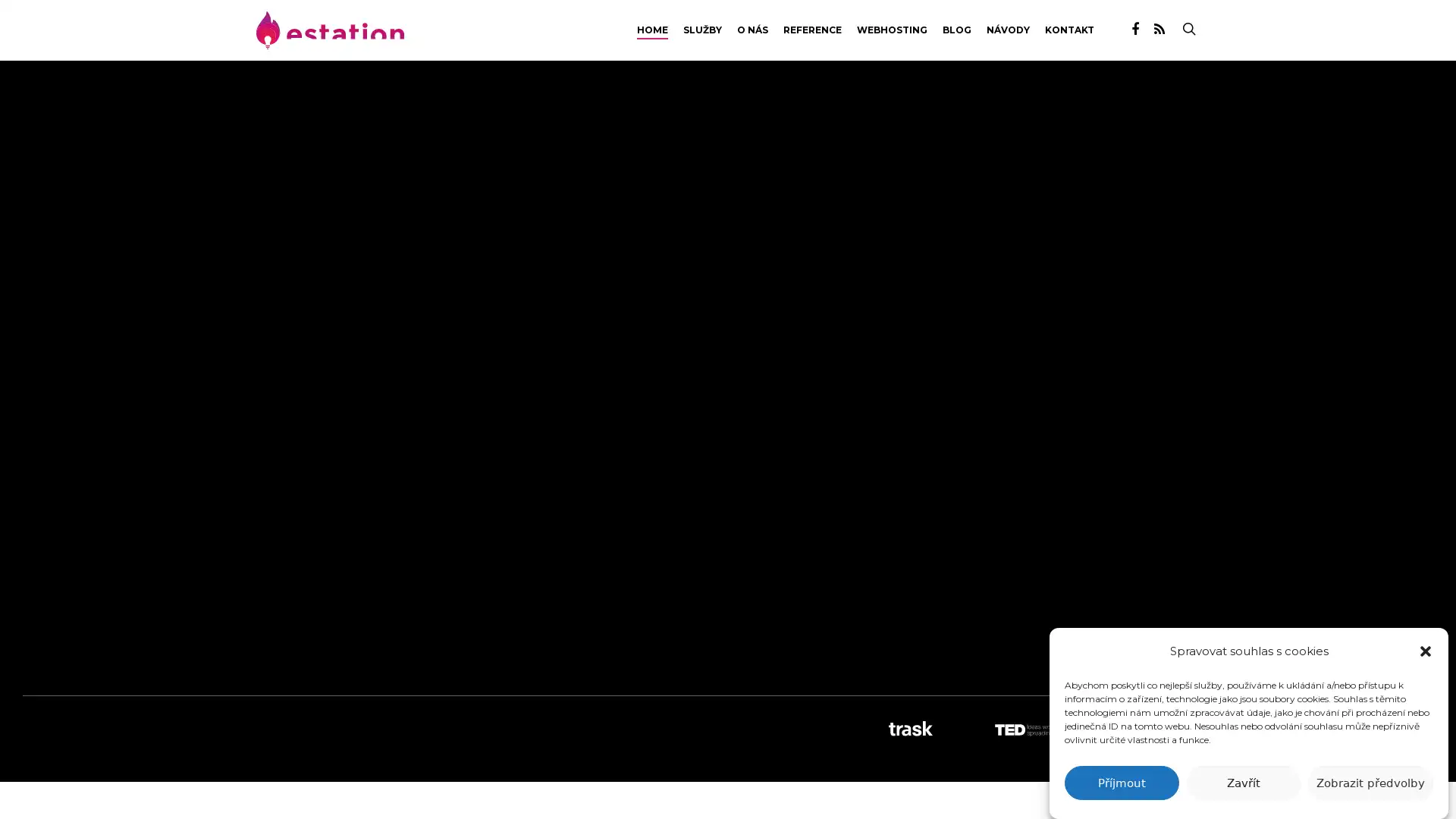 This screenshot has height=819, width=1456. What do you see at coordinates (1370, 783) in the screenshot?
I see `Zobrazit predvolby` at bounding box center [1370, 783].